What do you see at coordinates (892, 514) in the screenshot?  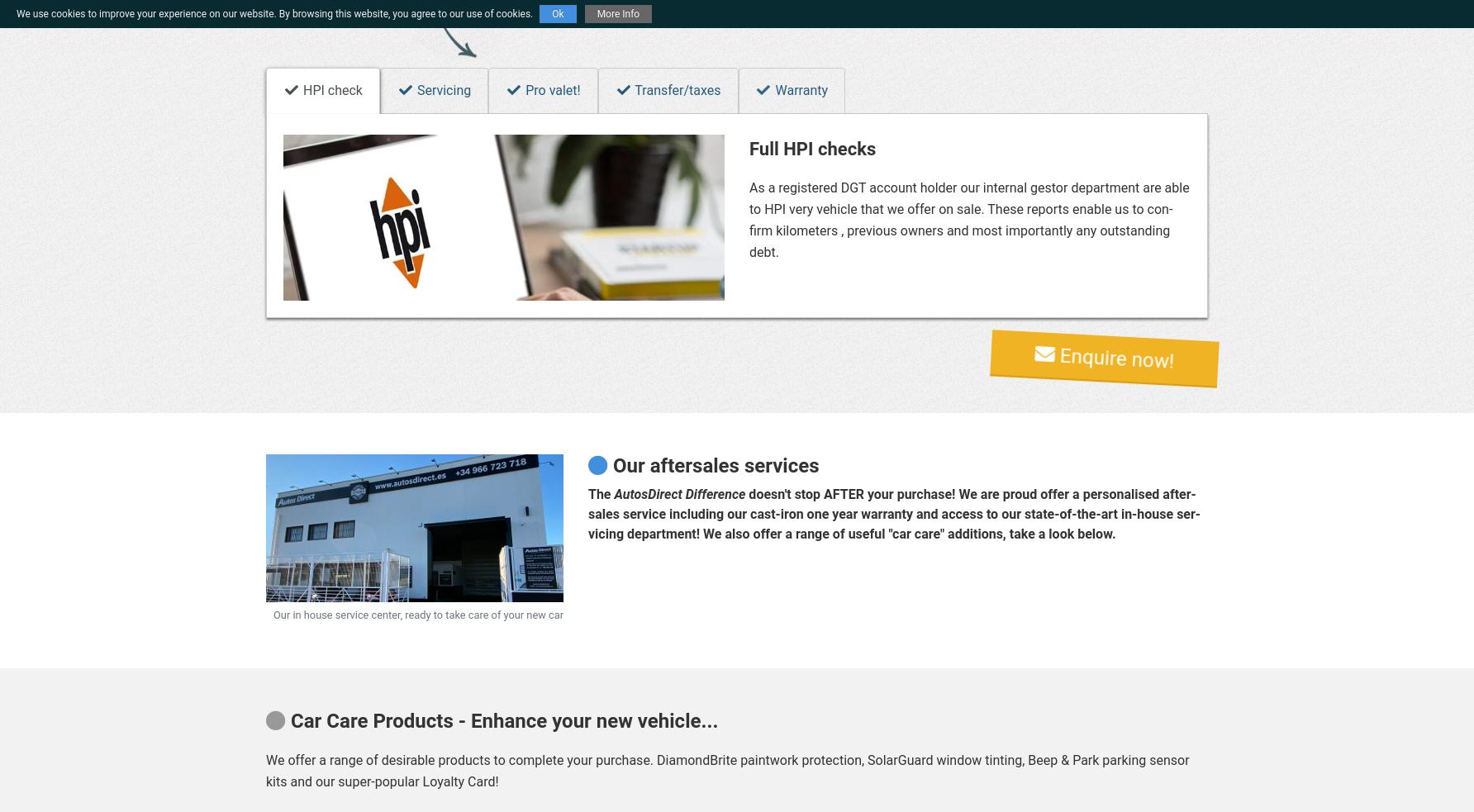 I see `'does­n't stop AFTER your pur­chase! We are proud of­fer a per­son­al­ised af­ter­sales ser­vice in­clud­ing our cast-iron one year war­ranty and ac­cess to our state-of-the-art in-house ser­vi­cing de­part­ment! We also of­fer a range of use­ful "car care" ad­di­tions, take a look be­low.'` at bounding box center [892, 514].